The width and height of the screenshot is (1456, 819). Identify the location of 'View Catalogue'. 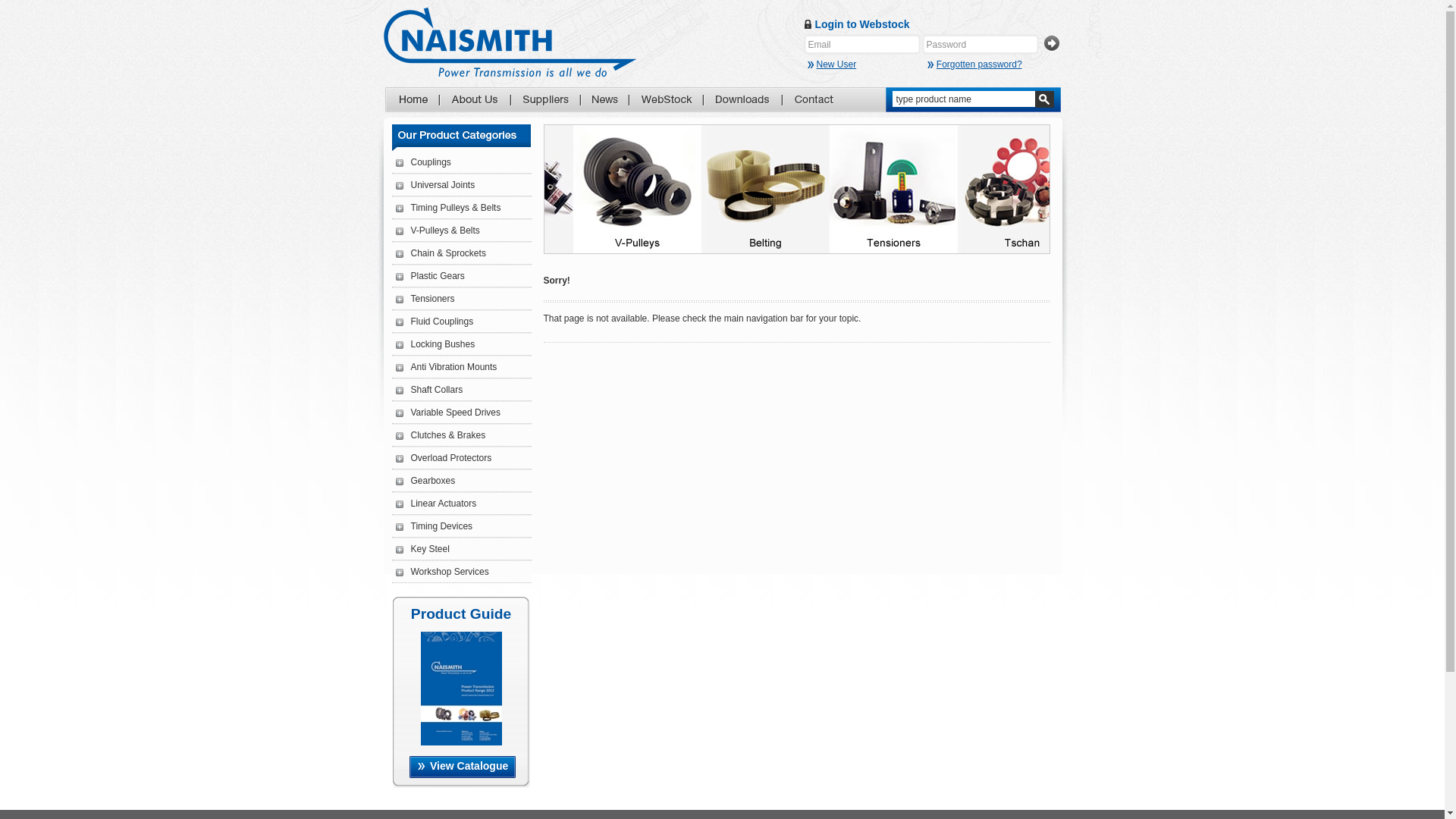
(409, 767).